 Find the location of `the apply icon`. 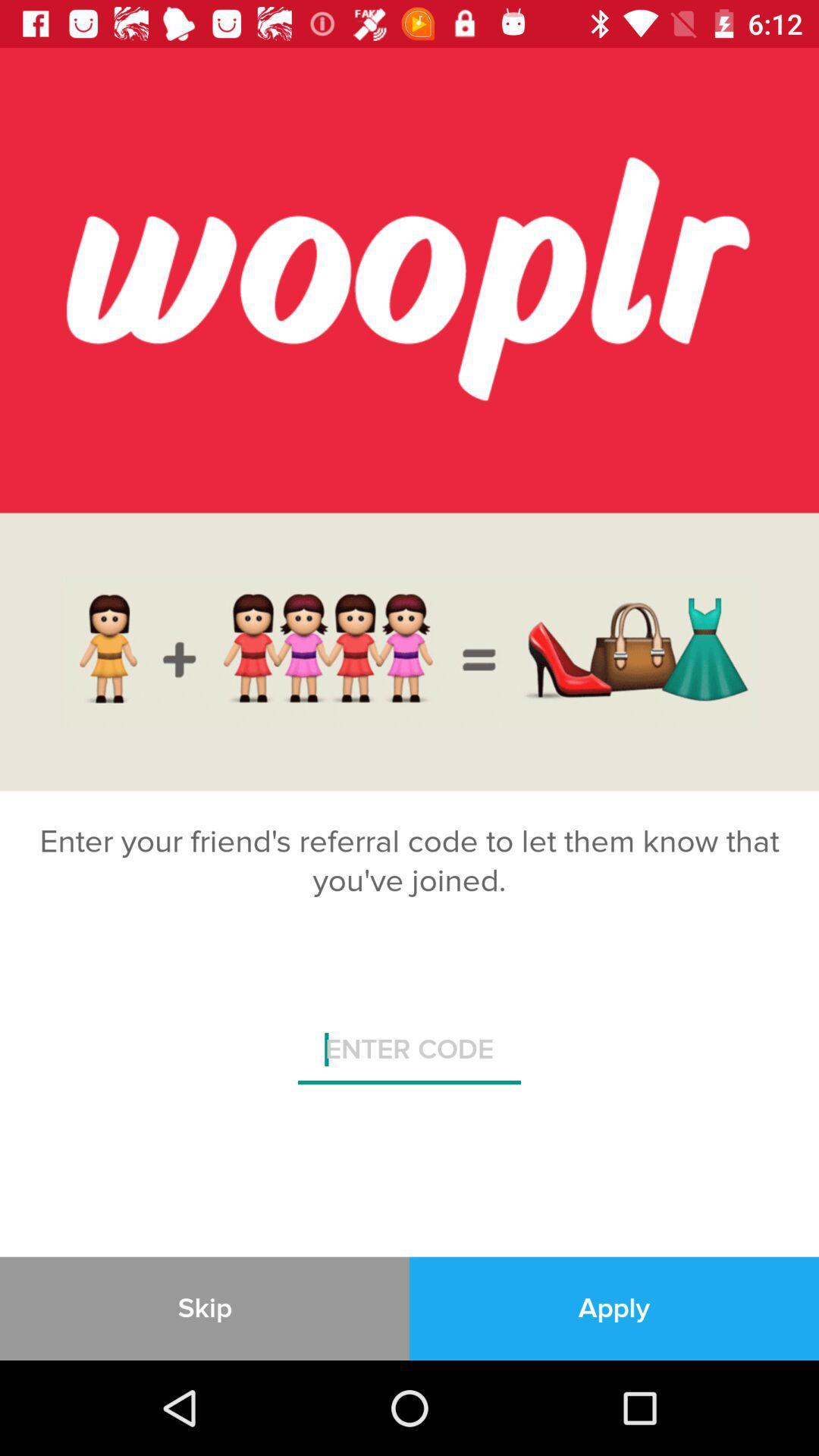

the apply icon is located at coordinates (614, 1307).